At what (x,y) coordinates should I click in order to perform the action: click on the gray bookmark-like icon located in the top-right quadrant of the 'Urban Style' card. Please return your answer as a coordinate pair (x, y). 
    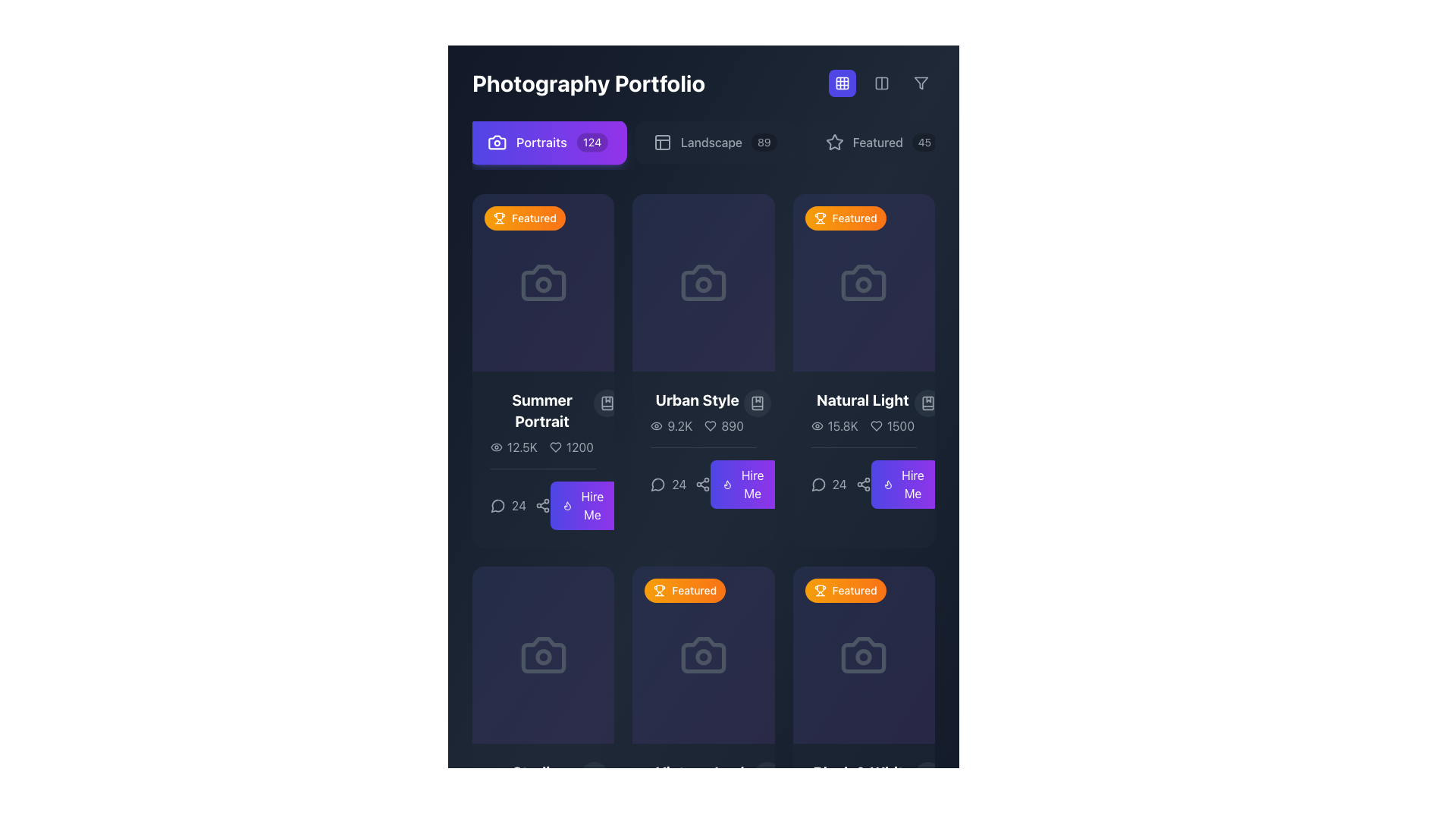
    Looking at the image, I should click on (757, 403).